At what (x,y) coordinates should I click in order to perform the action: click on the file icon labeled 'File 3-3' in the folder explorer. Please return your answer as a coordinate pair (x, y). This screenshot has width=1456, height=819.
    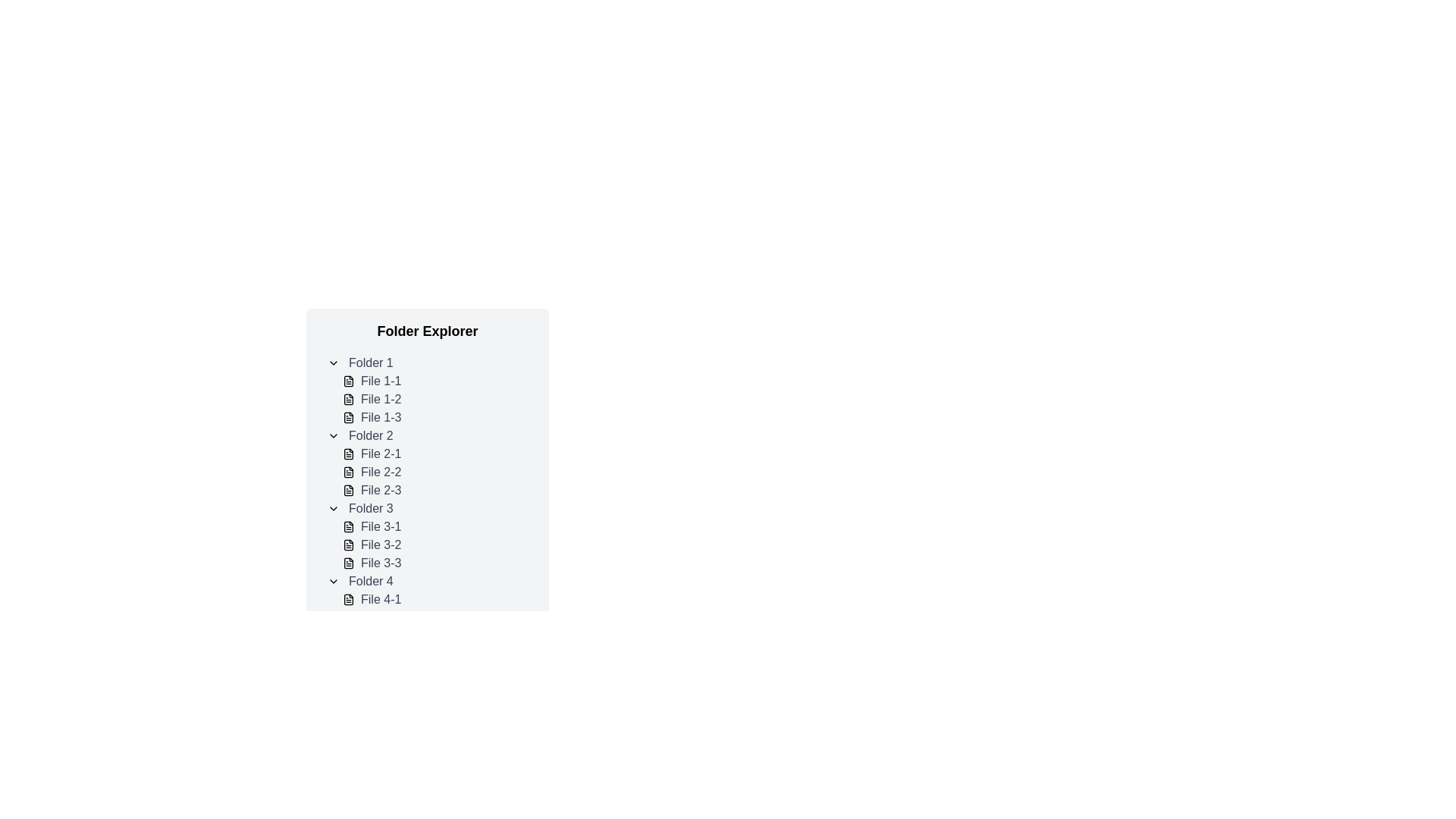
    Looking at the image, I should click on (348, 563).